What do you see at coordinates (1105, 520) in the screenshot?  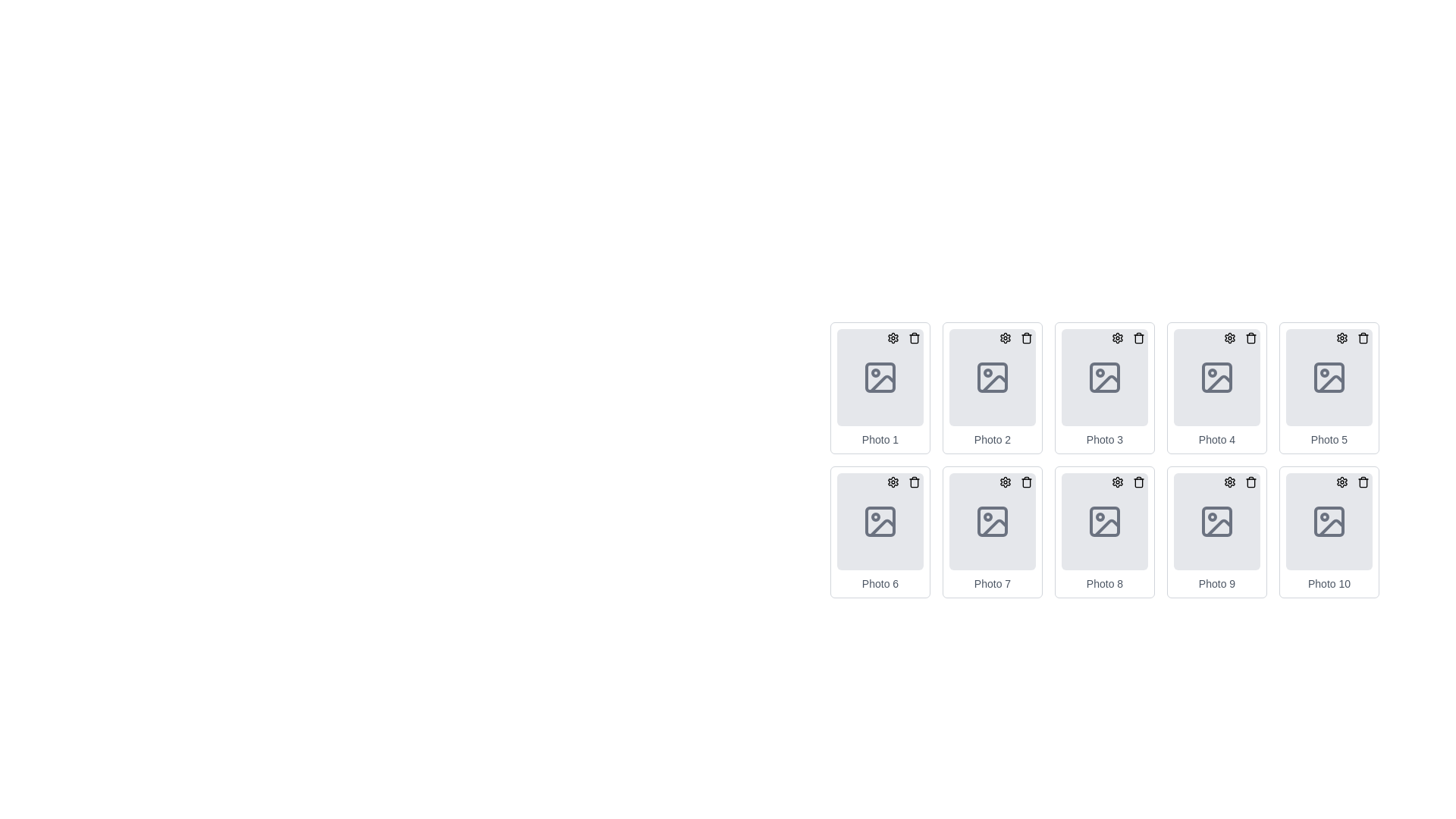 I see `the icon that represents the absence of an image within the card labeled 'Photo 8', which is located in the eighth position of a grid layout` at bounding box center [1105, 520].